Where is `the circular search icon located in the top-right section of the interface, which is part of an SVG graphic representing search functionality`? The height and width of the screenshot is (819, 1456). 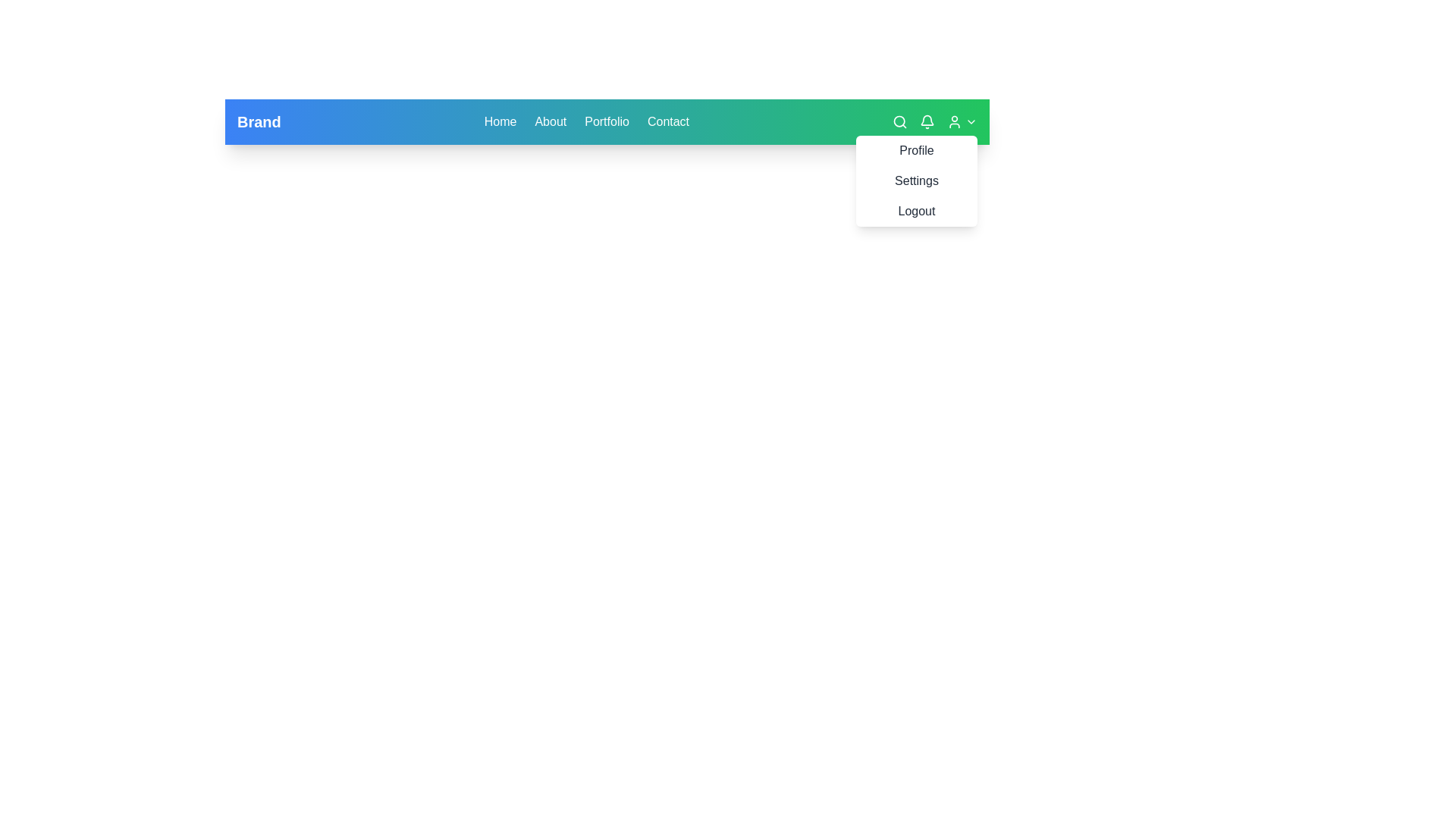 the circular search icon located in the top-right section of the interface, which is part of an SVG graphic representing search functionality is located at coordinates (899, 121).